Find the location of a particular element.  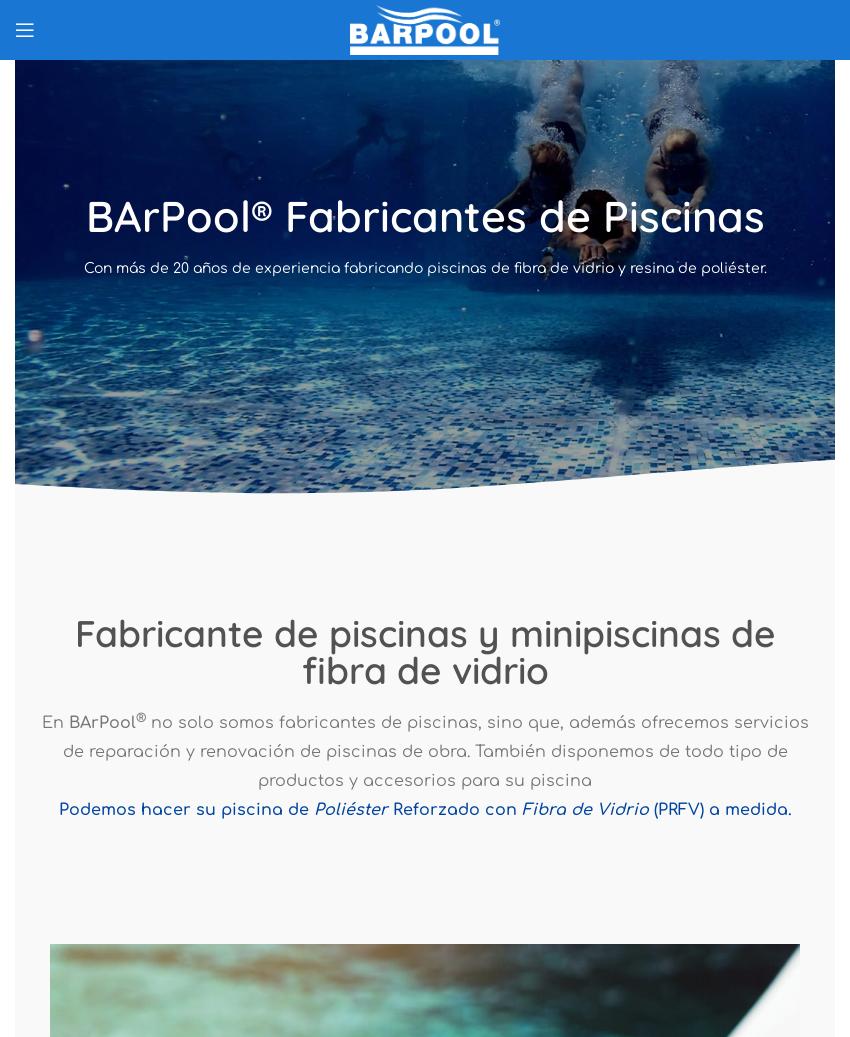

'(PRFV) a medida.' is located at coordinates (718, 808).